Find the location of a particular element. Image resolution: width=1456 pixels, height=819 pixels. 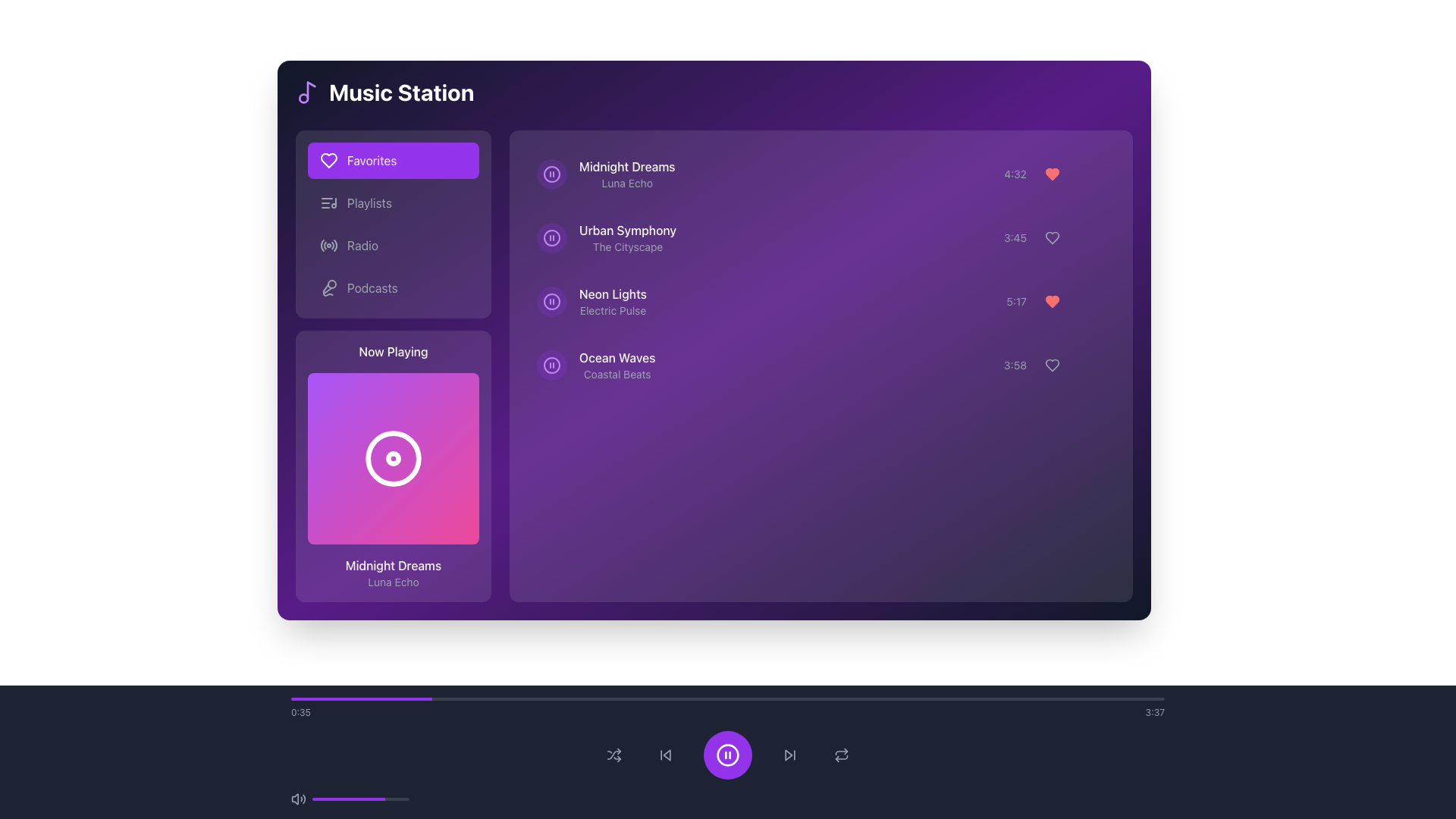

playback position is located at coordinates (492, 698).